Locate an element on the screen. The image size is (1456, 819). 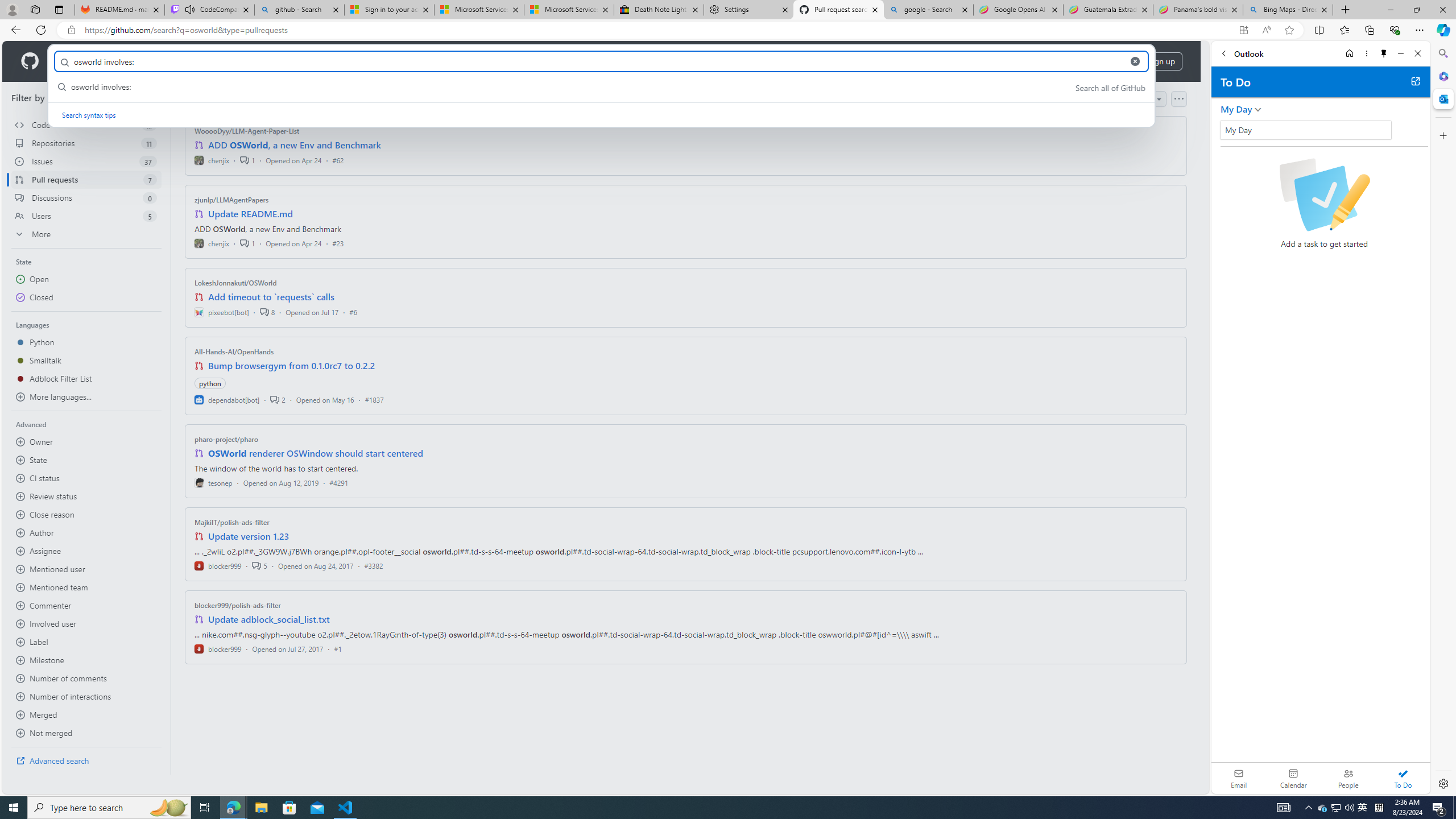
'#1837' is located at coordinates (373, 399).